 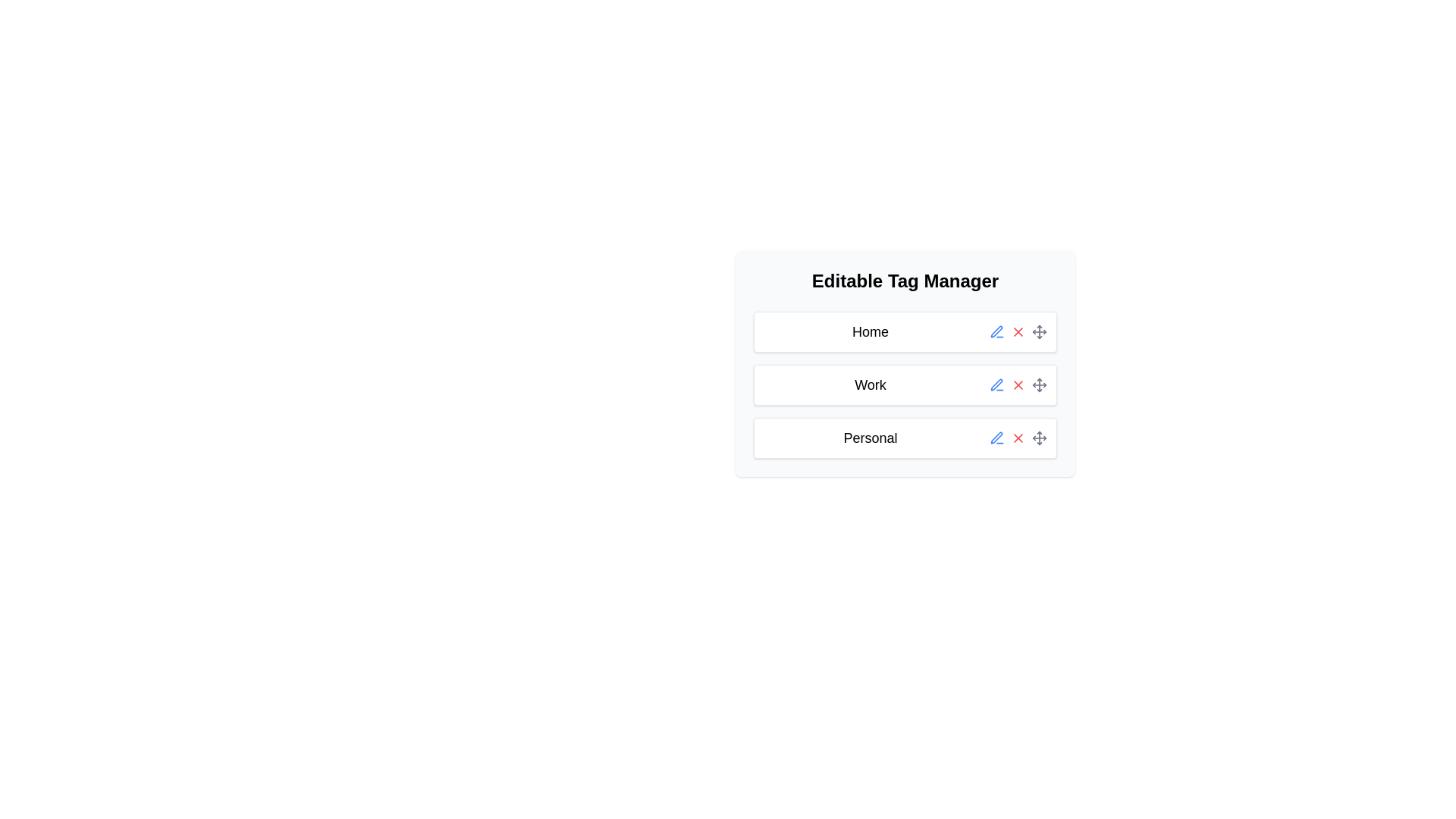 What do you see at coordinates (1018, 384) in the screenshot?
I see `the delete or cancel button/icon for the 'Work' tag` at bounding box center [1018, 384].